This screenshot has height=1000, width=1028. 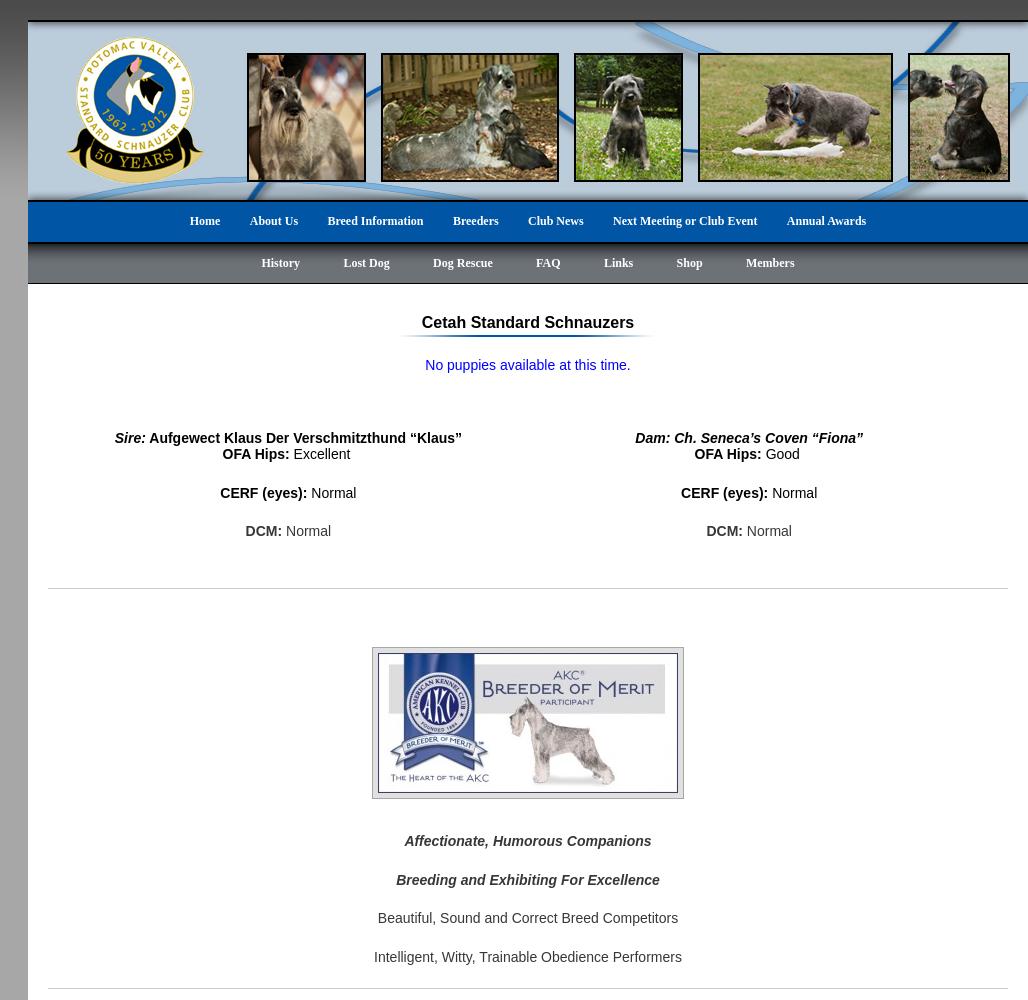 What do you see at coordinates (424, 364) in the screenshot?
I see `'No puppies available at this time.'` at bounding box center [424, 364].